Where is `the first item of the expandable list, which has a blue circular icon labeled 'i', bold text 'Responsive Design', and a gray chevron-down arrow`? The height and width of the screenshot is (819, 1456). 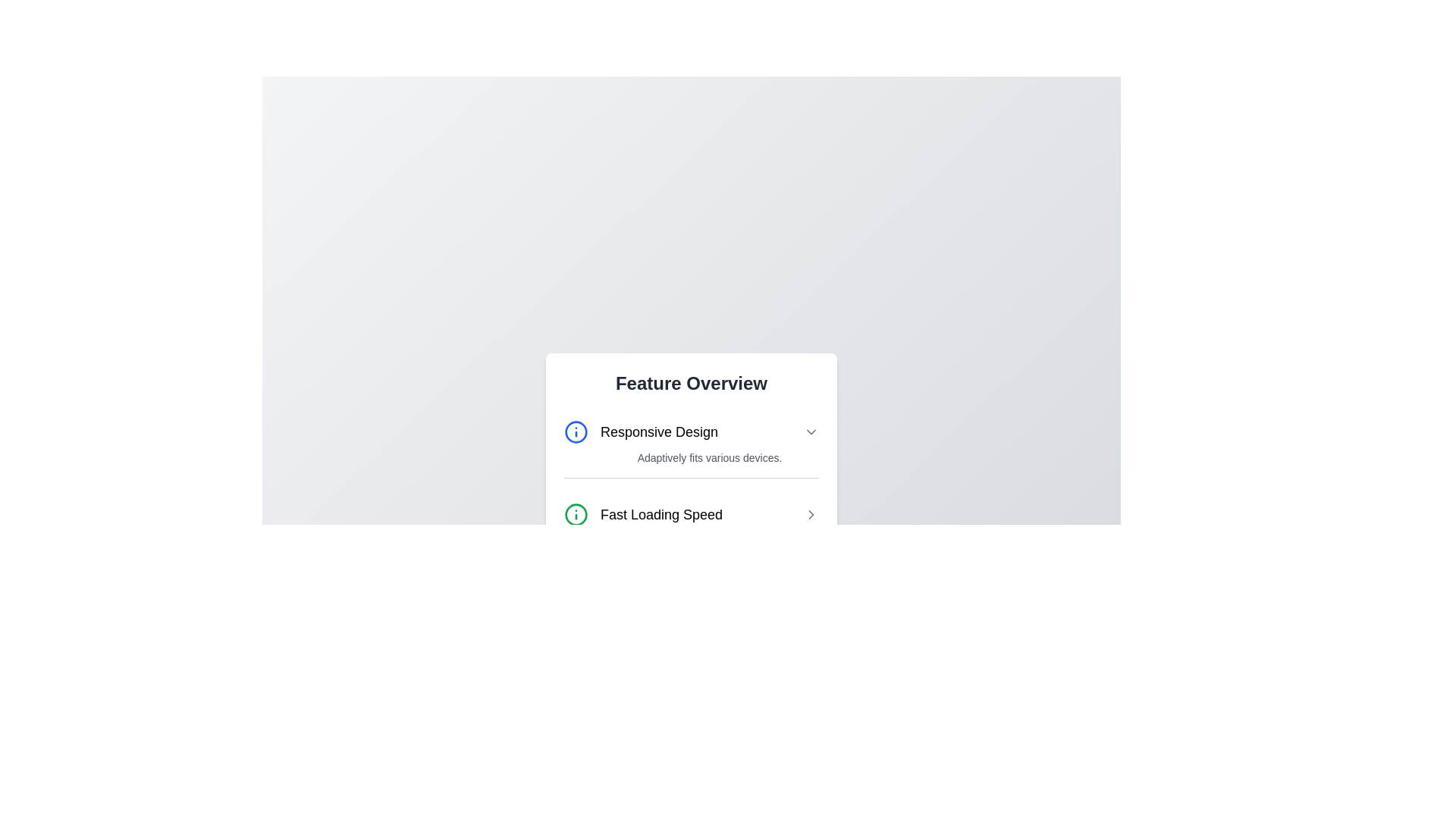
the first item of the expandable list, which has a blue circular icon labeled 'i', bold text 'Responsive Design', and a gray chevron-down arrow is located at coordinates (691, 431).